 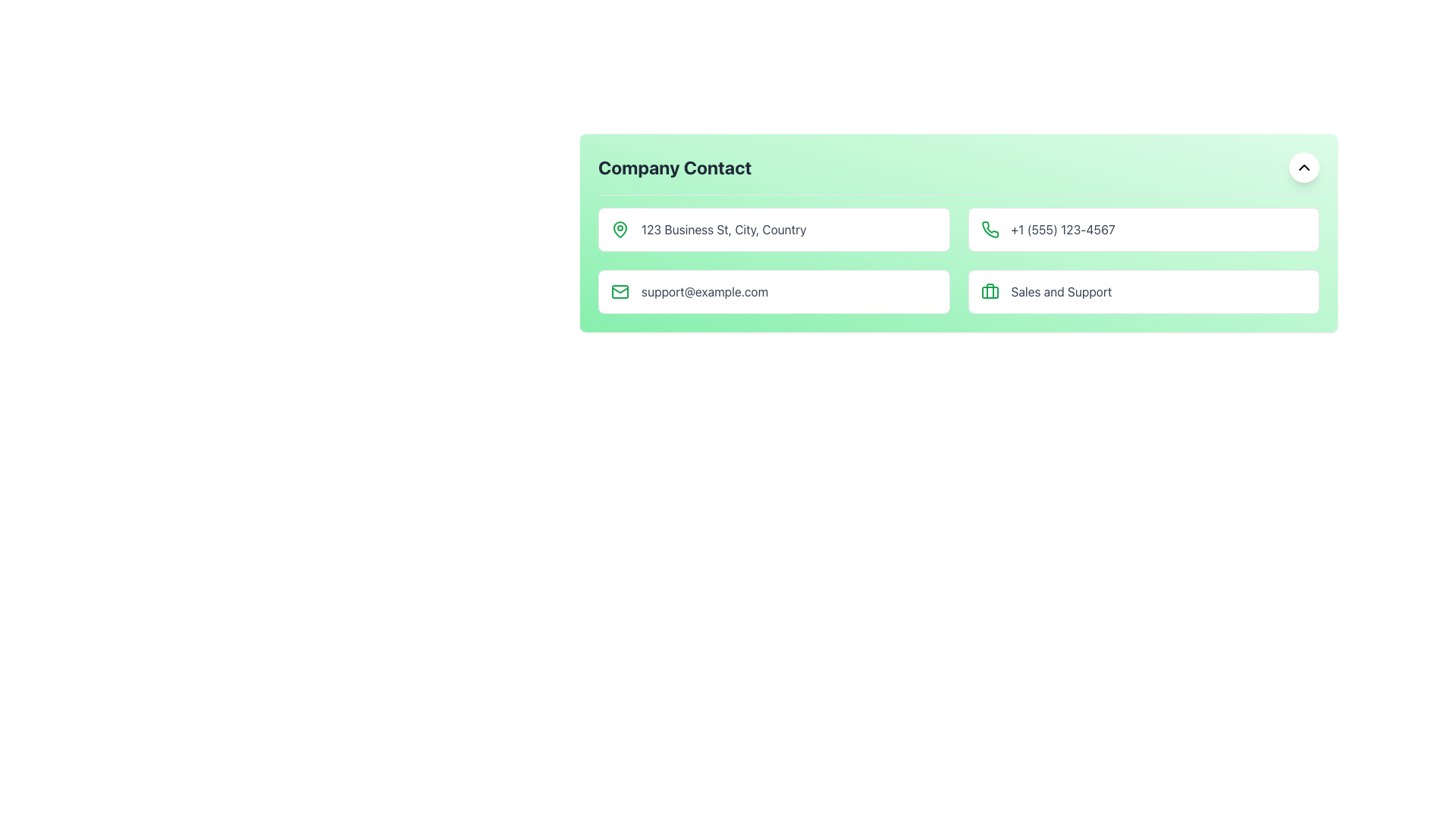 I want to click on the Decorative Icon Component, which is a vertical line with curves at both ends inside a green suitcase icon, located next to the text 'Sales and Support', so click(x=990, y=291).